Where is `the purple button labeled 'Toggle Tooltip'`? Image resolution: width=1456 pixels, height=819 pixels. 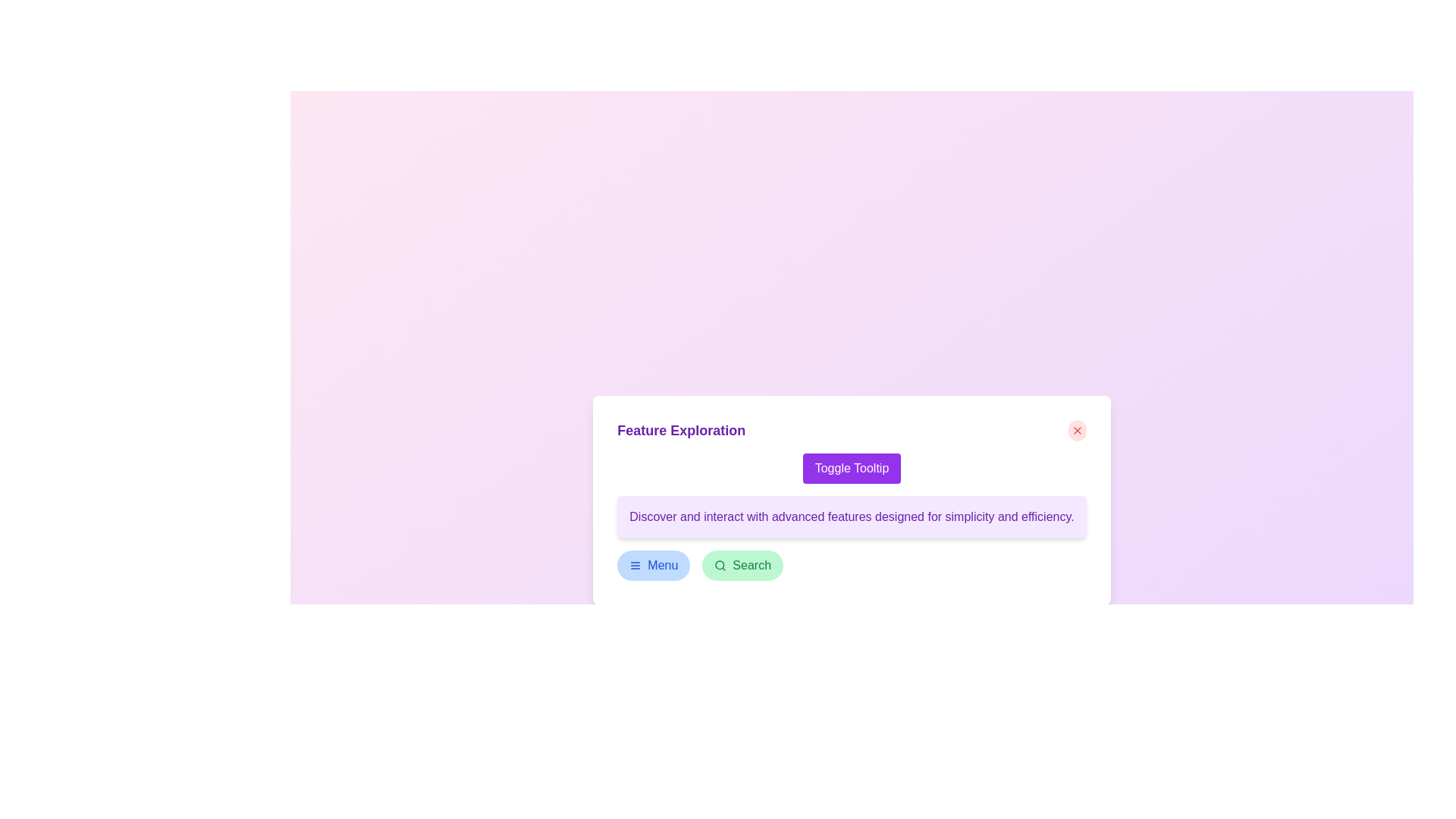 the purple button labeled 'Toggle Tooltip' is located at coordinates (852, 467).